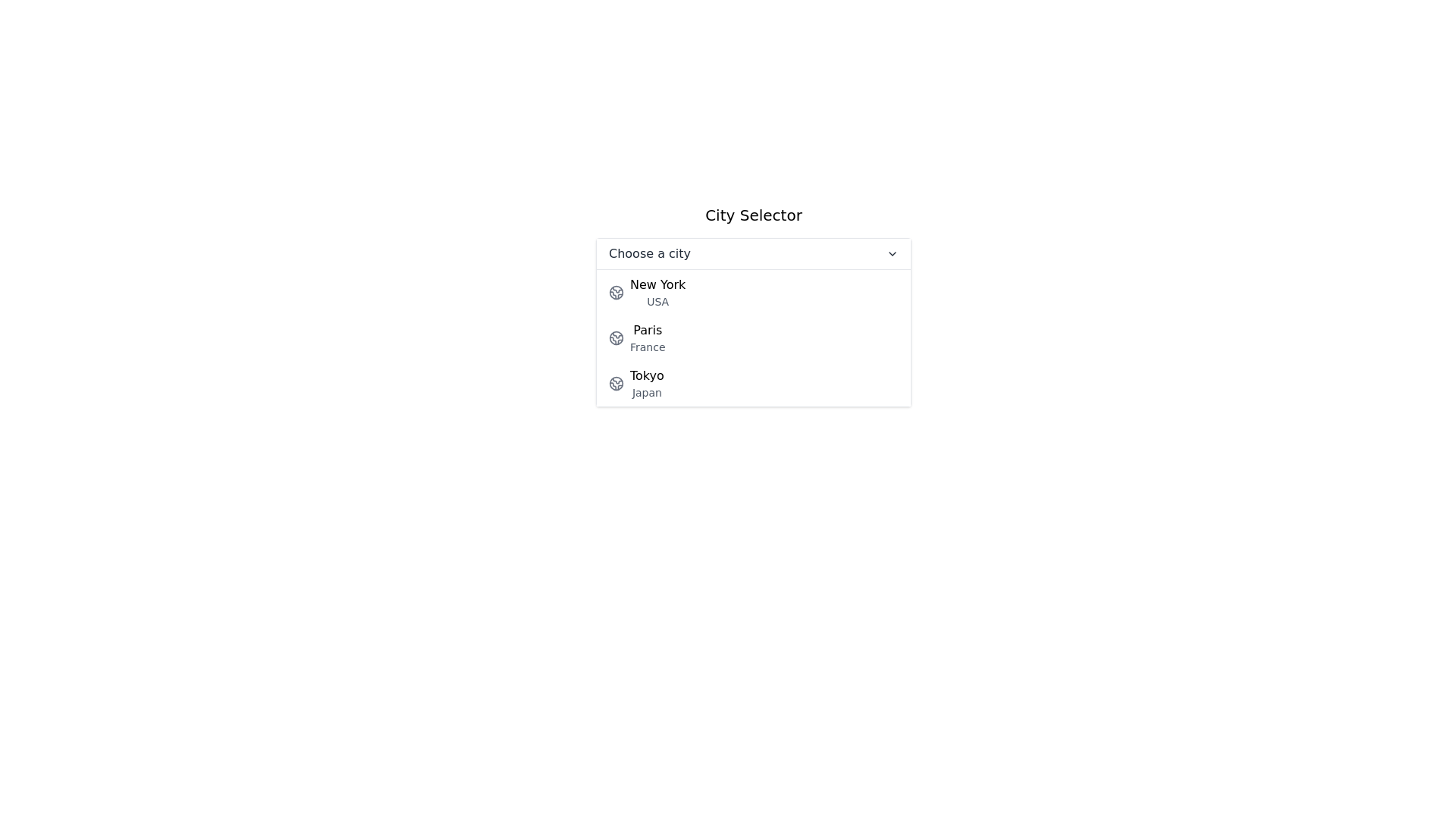 Image resolution: width=1456 pixels, height=819 pixels. Describe the element at coordinates (647, 375) in the screenshot. I see `text label displaying 'Tokyo' located in the dropdown selection area under the header 'City Selector', positioned above the country label 'Japan'` at that location.